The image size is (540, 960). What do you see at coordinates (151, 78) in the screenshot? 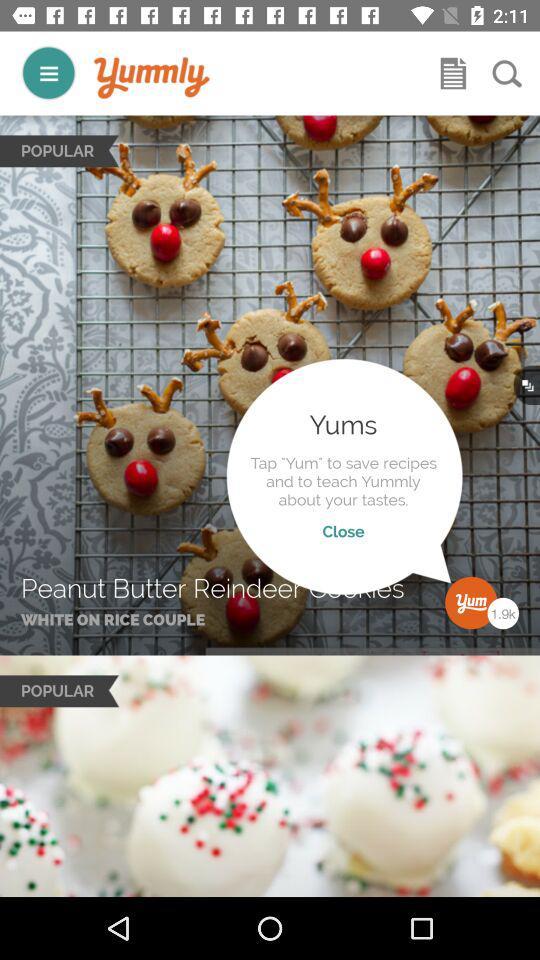
I see `to go home page` at bounding box center [151, 78].